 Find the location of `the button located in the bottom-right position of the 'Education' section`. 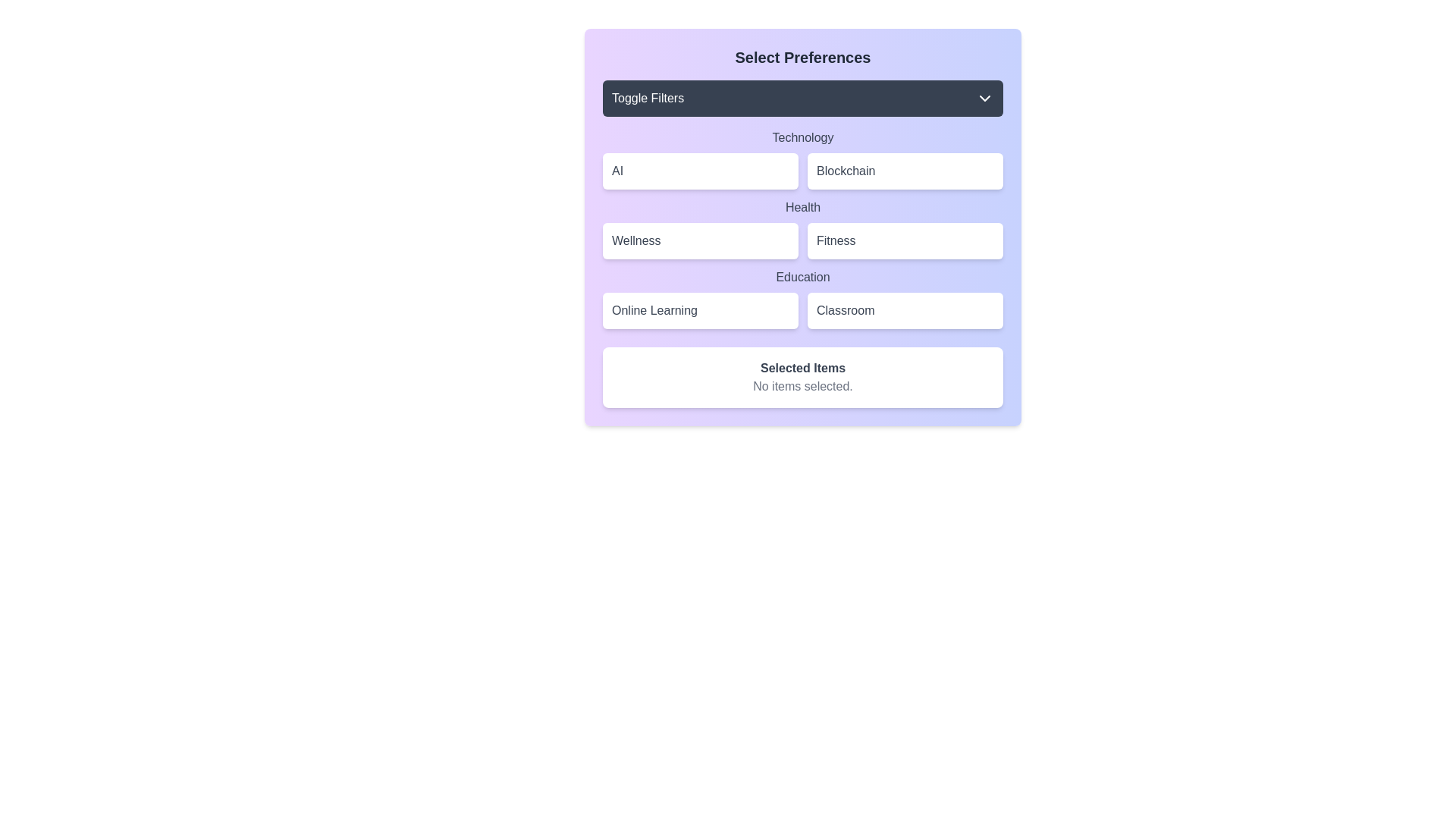

the button located in the bottom-right position of the 'Education' section is located at coordinates (905, 309).